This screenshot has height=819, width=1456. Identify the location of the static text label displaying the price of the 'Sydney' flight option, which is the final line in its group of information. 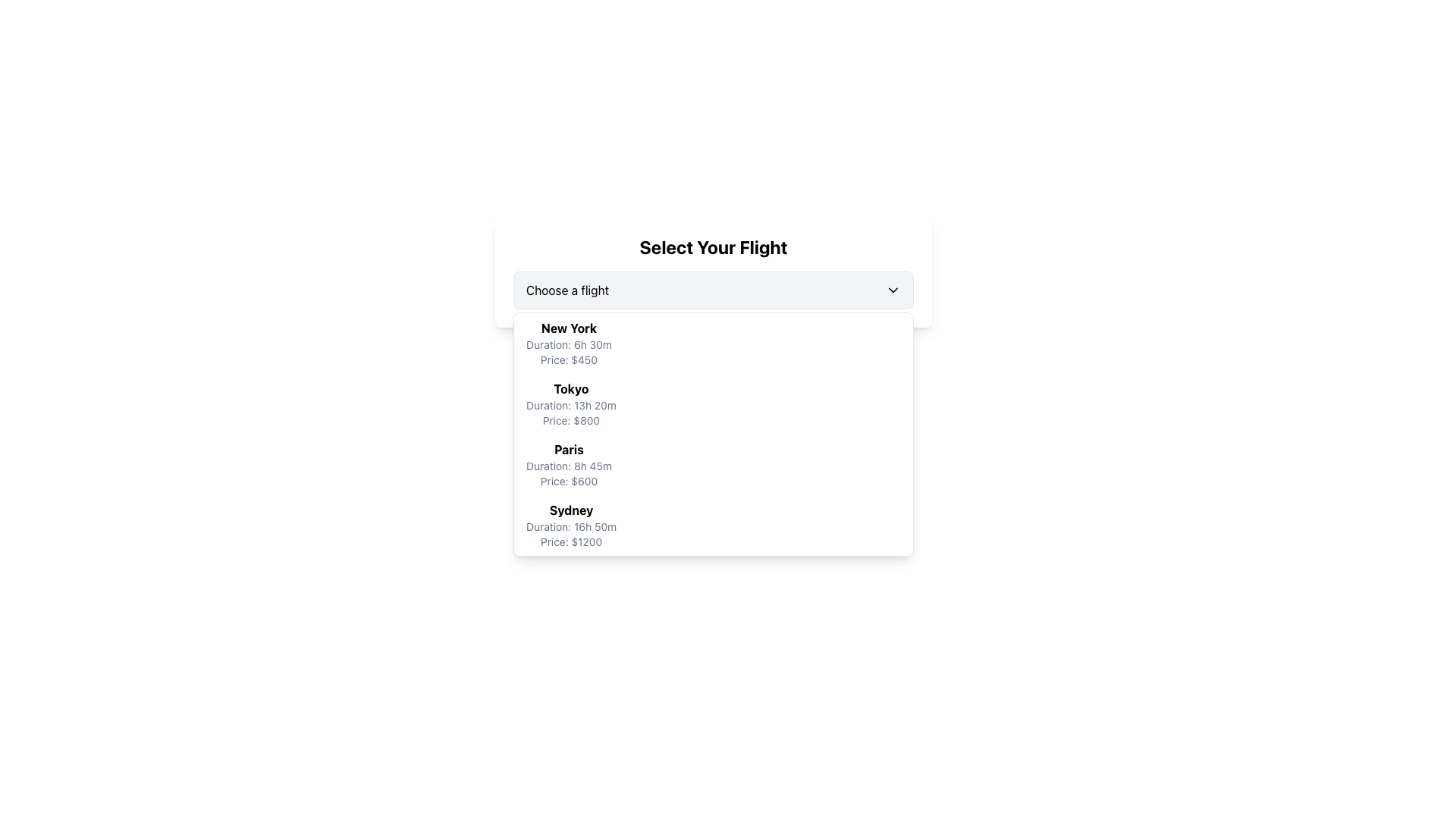
(570, 541).